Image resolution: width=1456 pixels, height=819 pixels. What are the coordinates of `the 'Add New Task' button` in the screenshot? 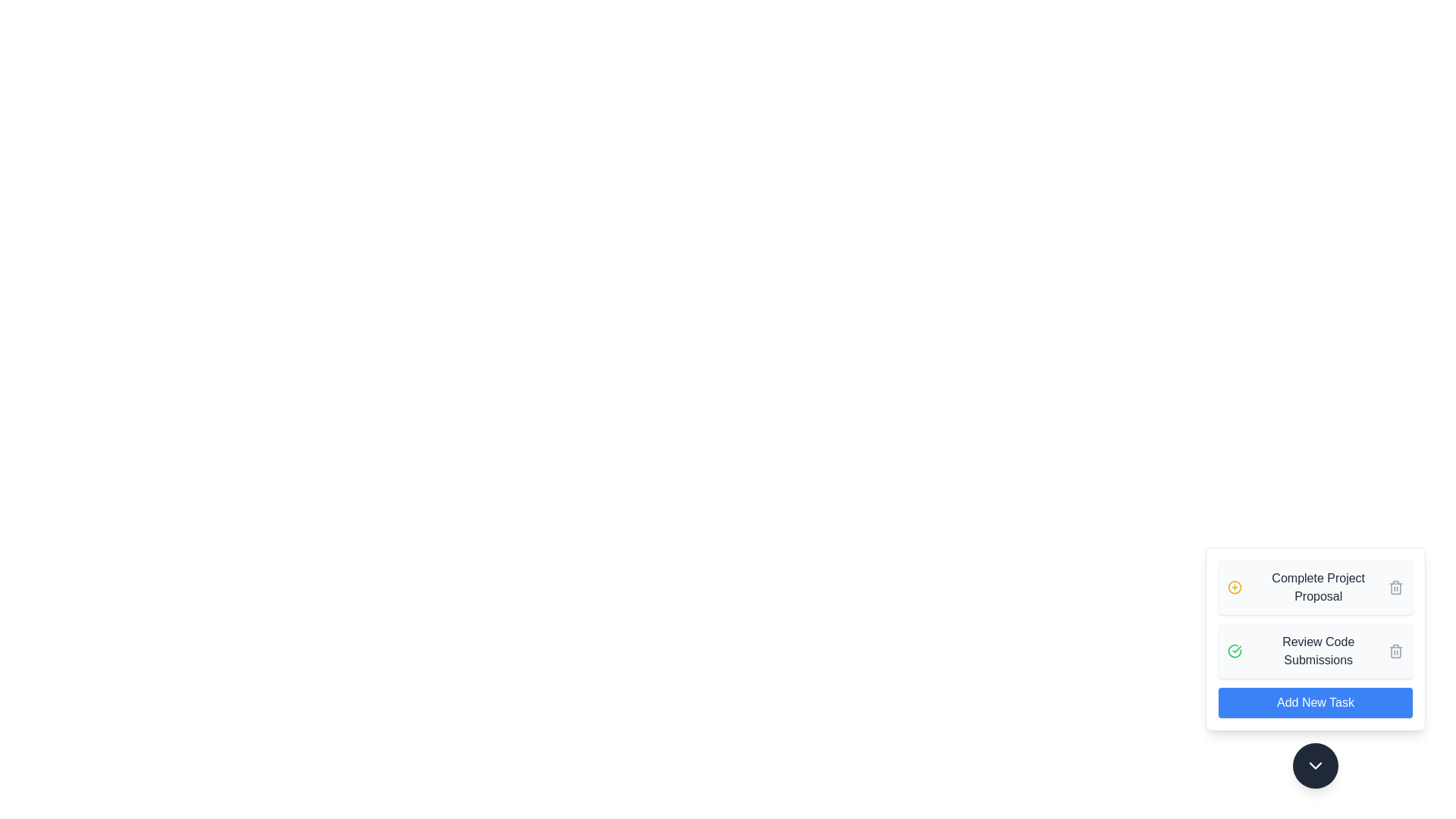 It's located at (1314, 702).